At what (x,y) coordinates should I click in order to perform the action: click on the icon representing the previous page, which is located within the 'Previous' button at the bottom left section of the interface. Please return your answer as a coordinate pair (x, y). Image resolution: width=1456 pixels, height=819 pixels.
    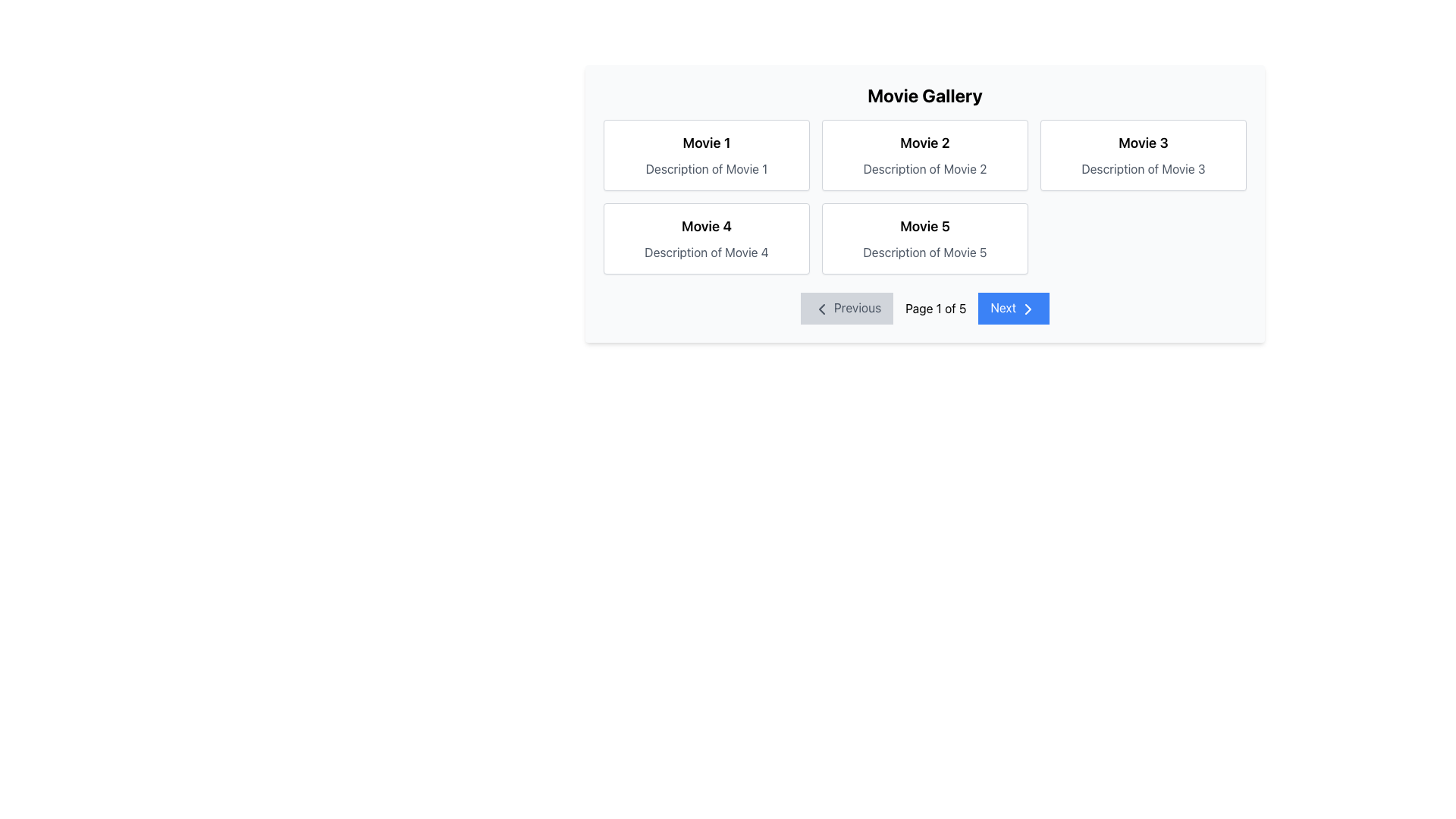
    Looking at the image, I should click on (821, 308).